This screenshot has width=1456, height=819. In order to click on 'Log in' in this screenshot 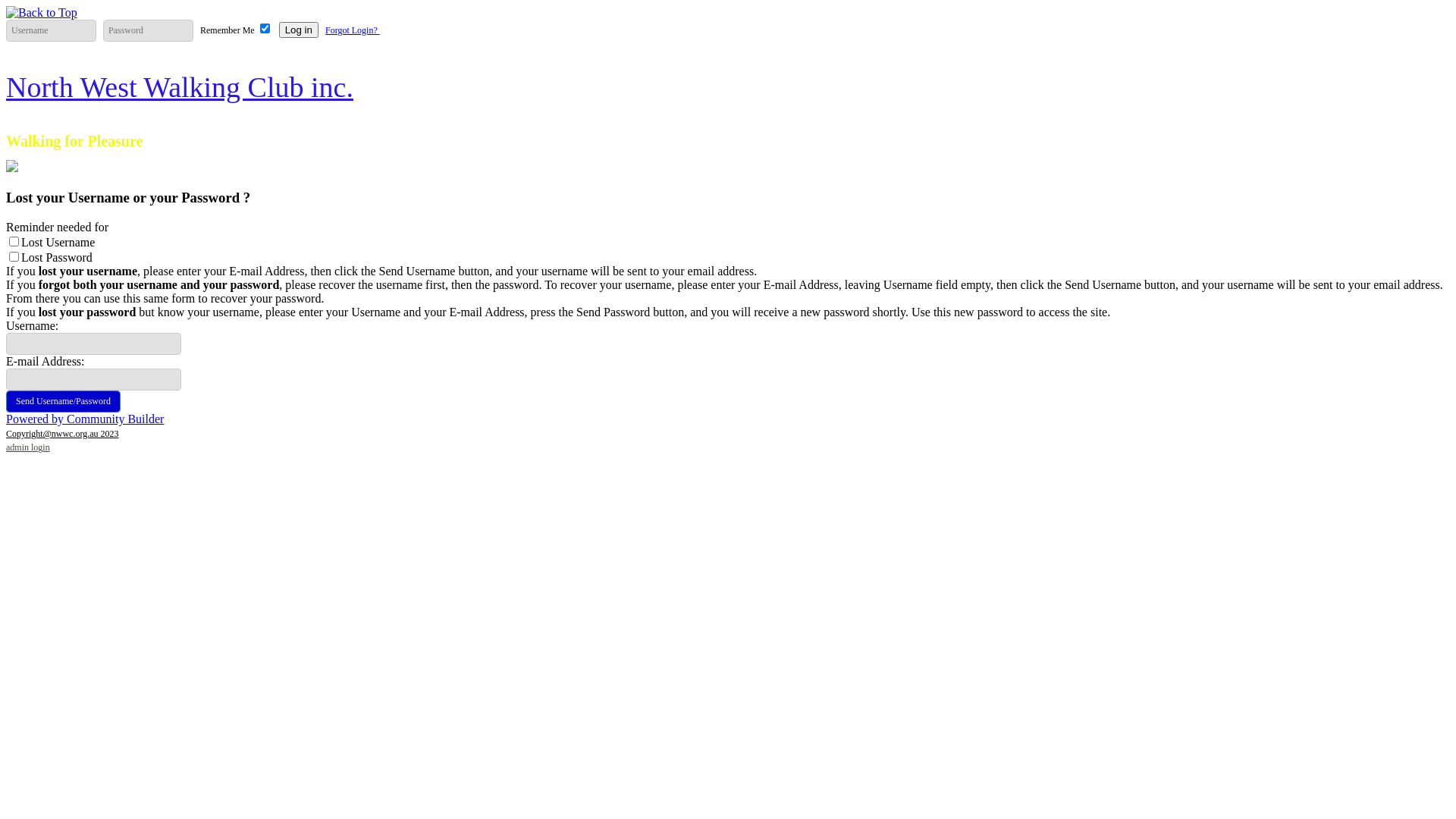, I will do `click(298, 30)`.